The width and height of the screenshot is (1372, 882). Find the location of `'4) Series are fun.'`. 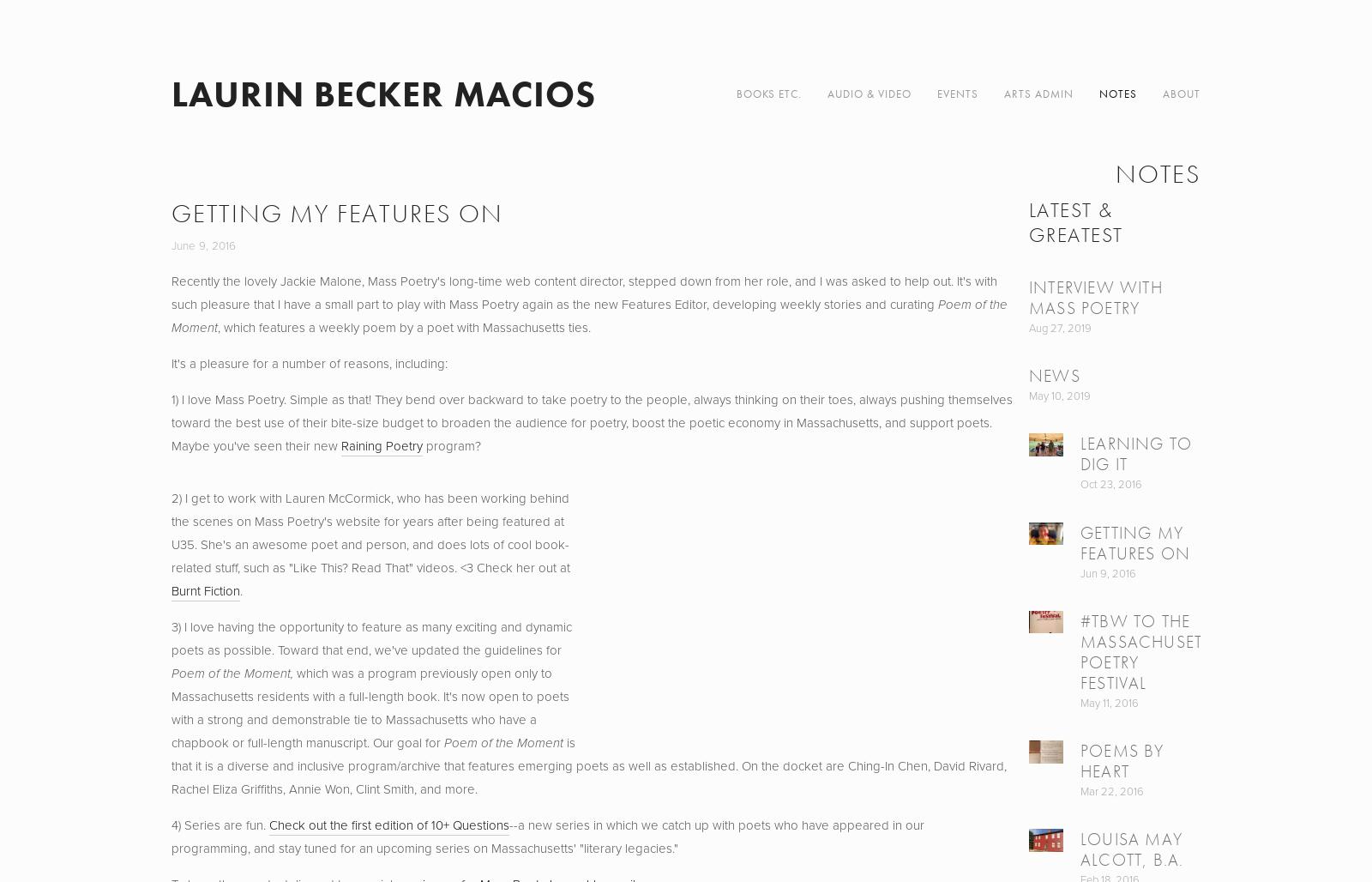

'4) Series are fun.' is located at coordinates (220, 825).